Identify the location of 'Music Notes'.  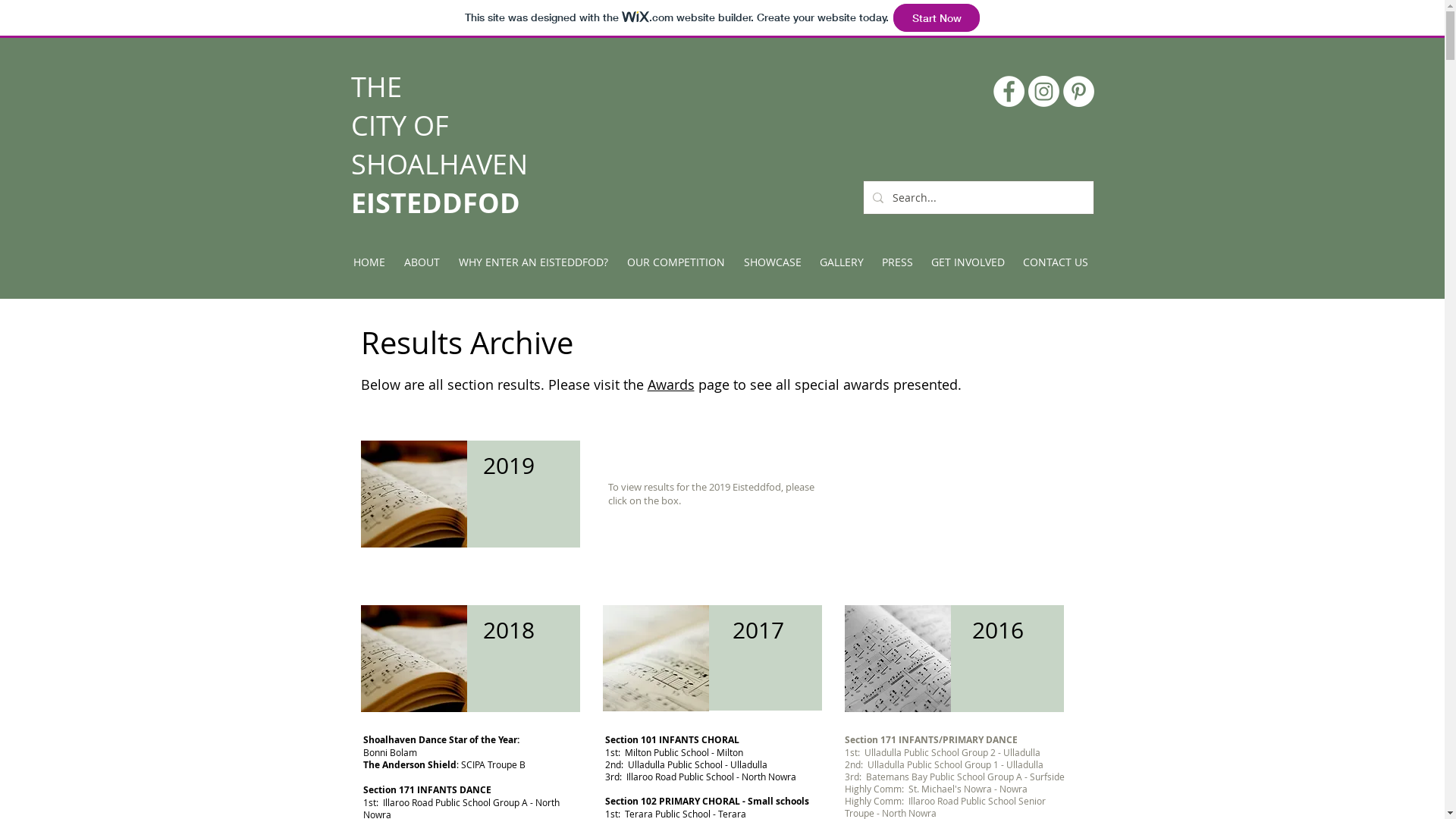
(414, 657).